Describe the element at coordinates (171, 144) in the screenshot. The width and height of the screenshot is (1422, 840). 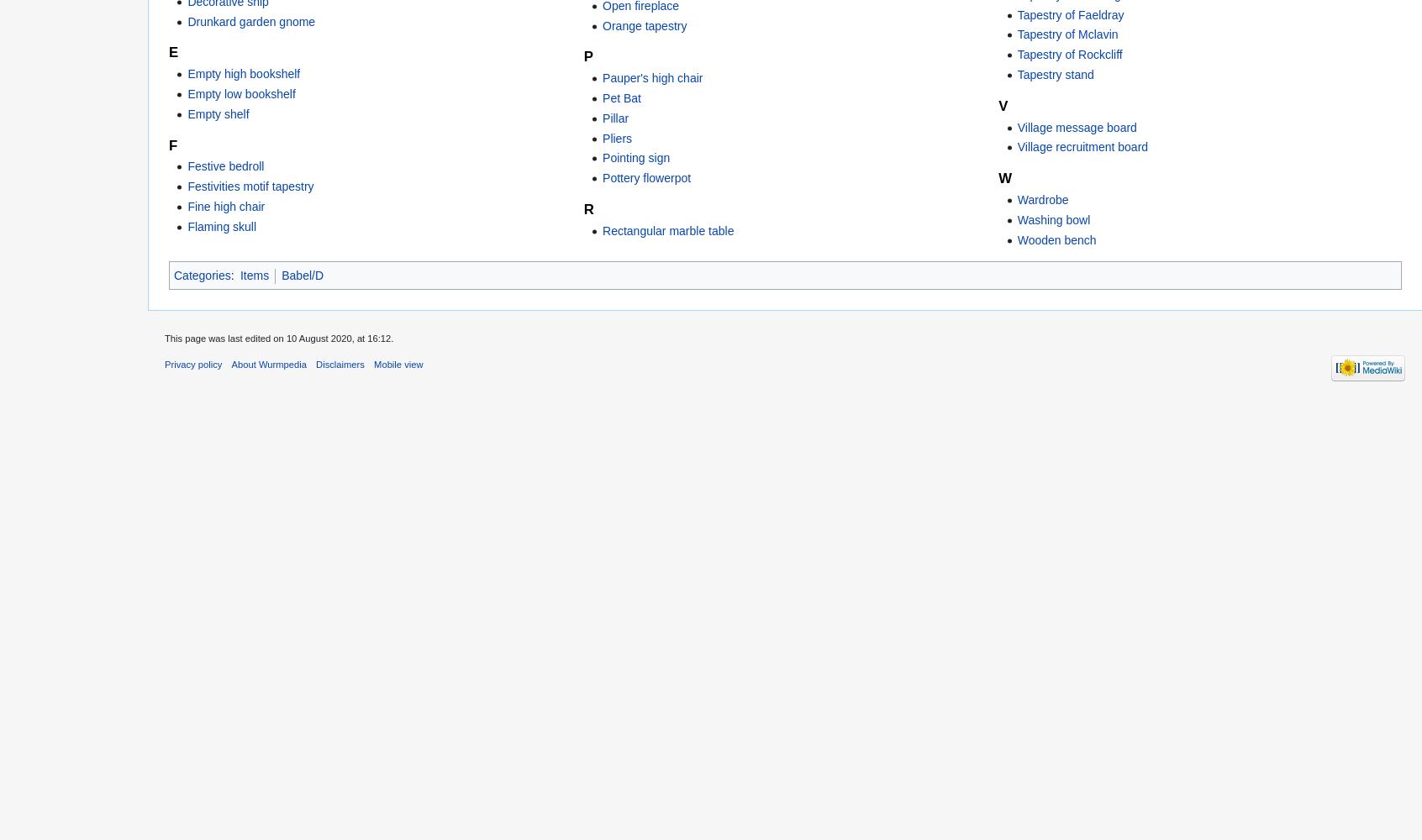
I see `'F'` at that location.